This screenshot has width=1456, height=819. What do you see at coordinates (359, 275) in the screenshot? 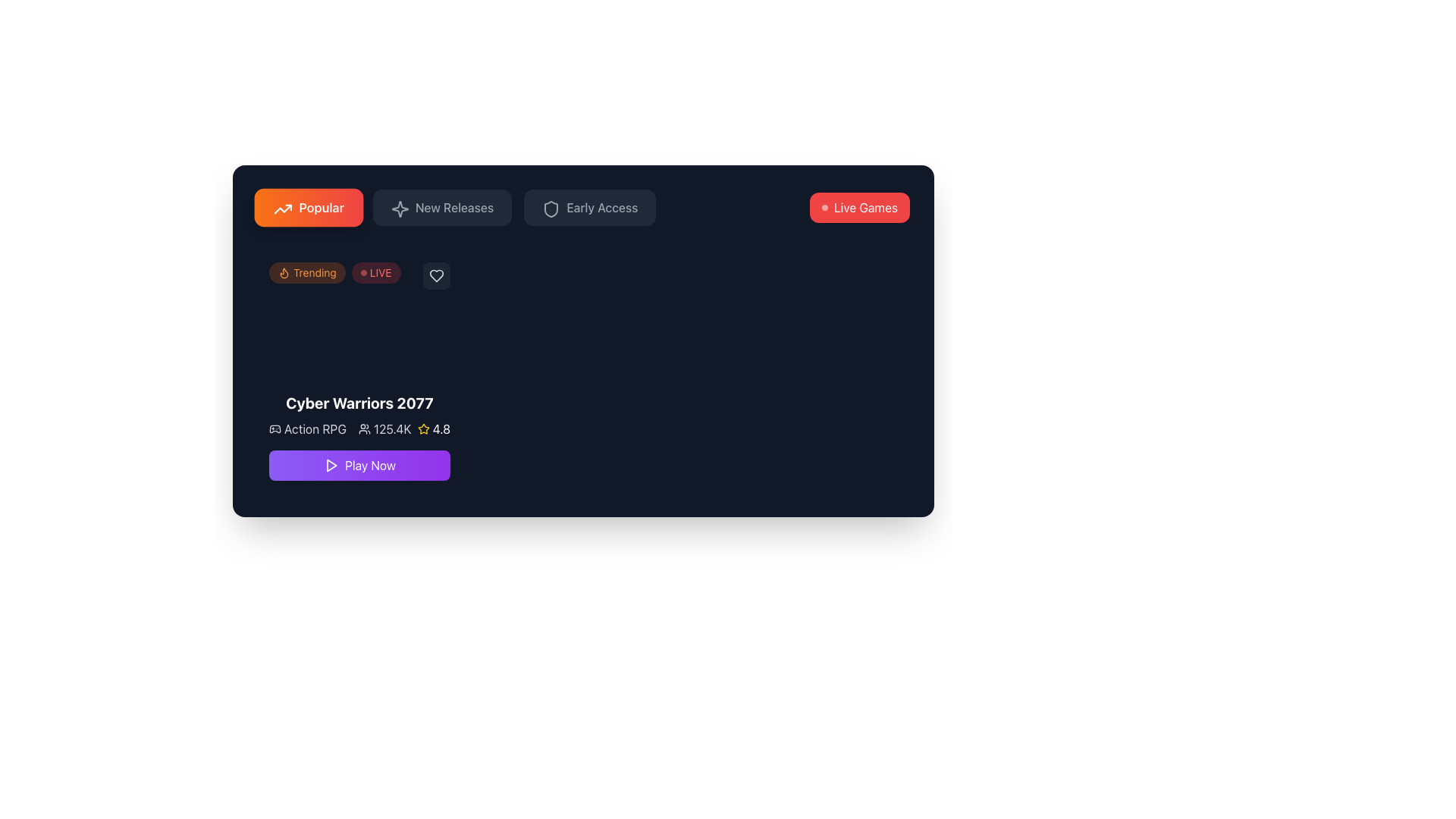
I see `the Status label or badge group that displays 'Trending LIVE', which features a flame icon and a red circular badge, located at the top of the card for 'Cyber Warriors 2077'` at bounding box center [359, 275].